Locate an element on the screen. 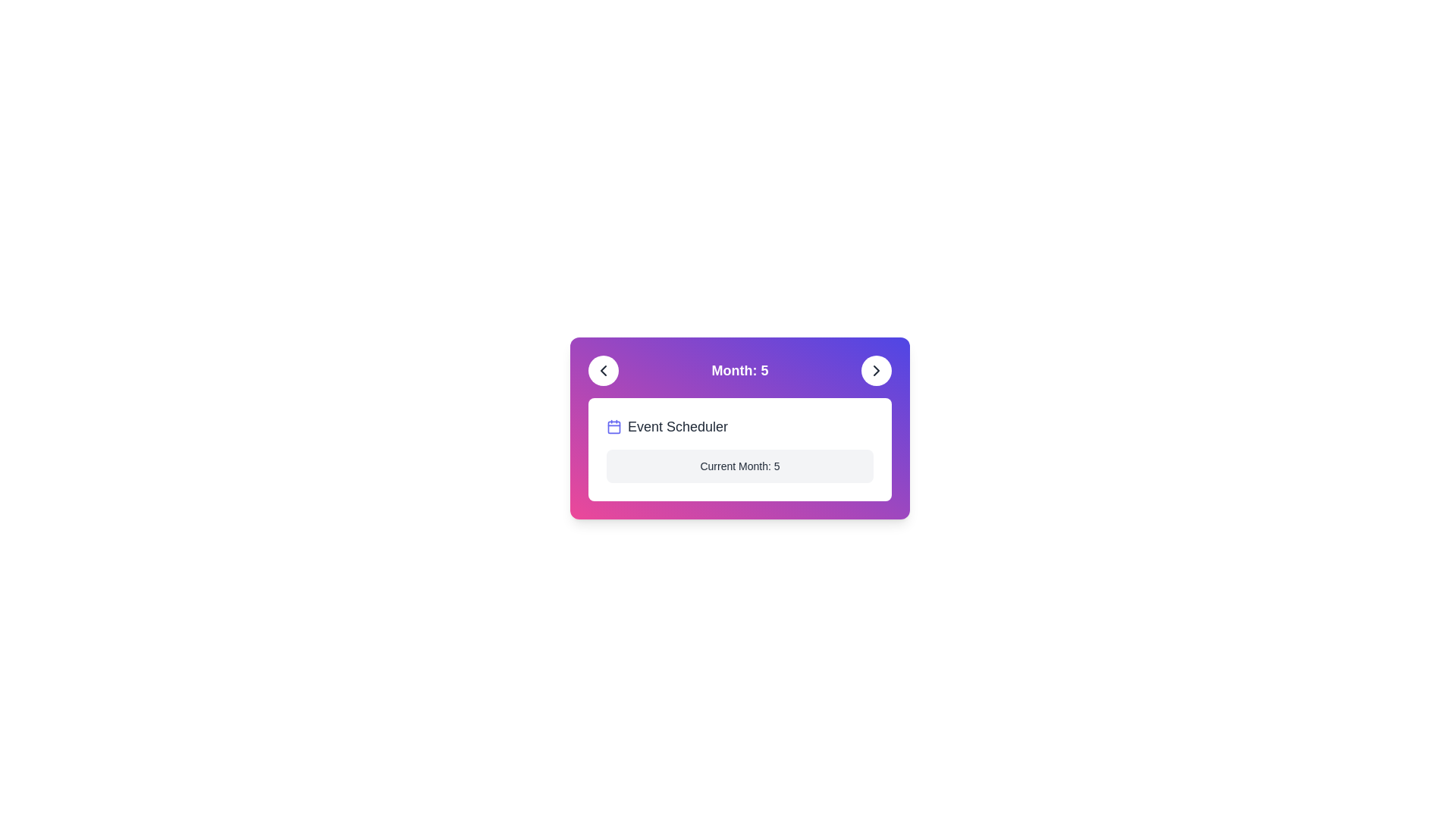 Image resolution: width=1456 pixels, height=819 pixels. the text label indicating the currently selected month in the top header section of the calendar interface is located at coordinates (739, 371).